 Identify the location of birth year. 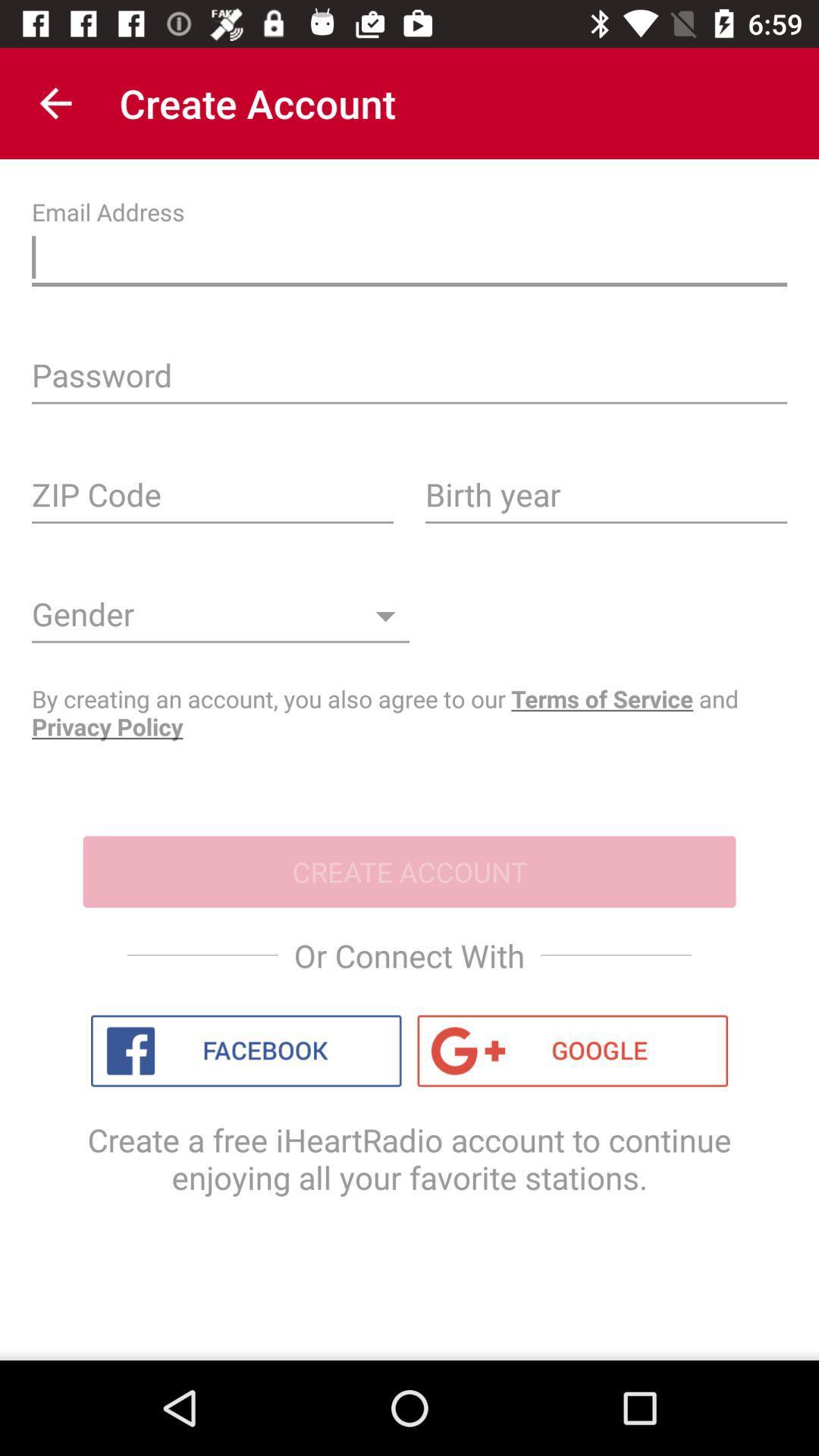
(605, 500).